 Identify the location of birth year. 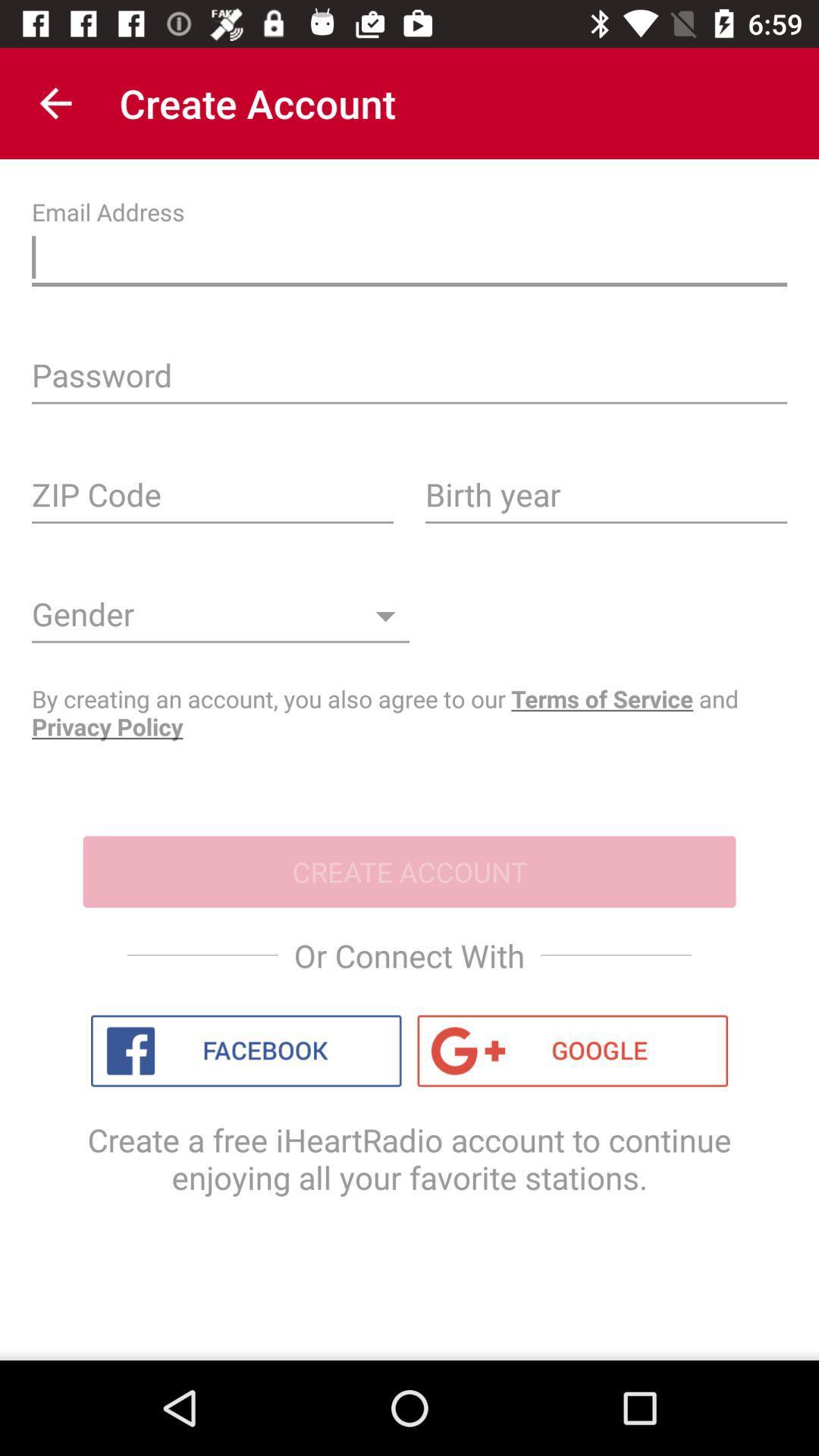
(605, 500).